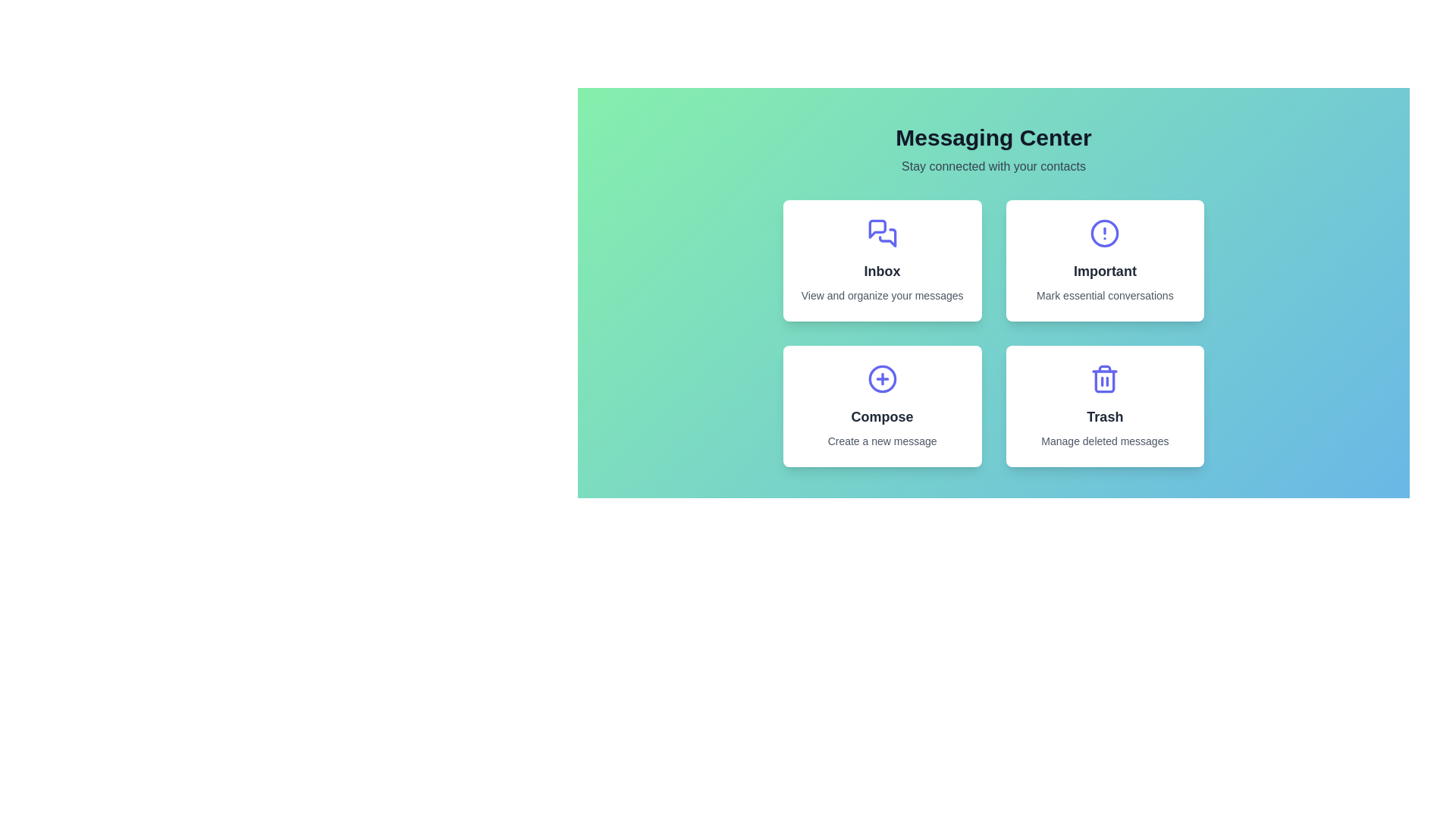  Describe the element at coordinates (993, 137) in the screenshot. I see `the bold text label 'Messaging Center', which is prominently styled and located at the upper center section of the interface` at that location.